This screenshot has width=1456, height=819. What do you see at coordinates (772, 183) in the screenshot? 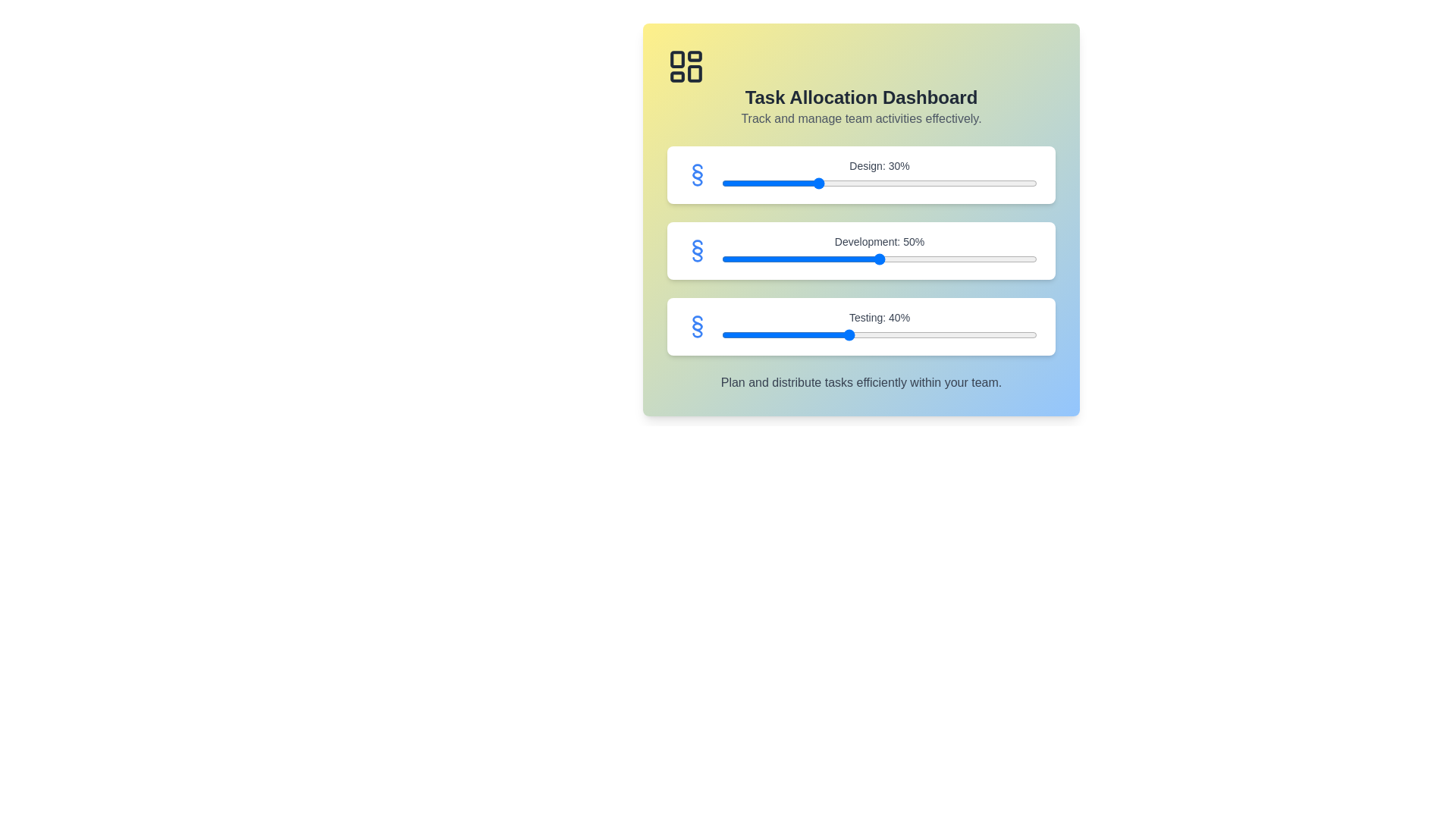
I see `the 'Design' slider to 16% by dragging the slider to the corresponding position` at bounding box center [772, 183].